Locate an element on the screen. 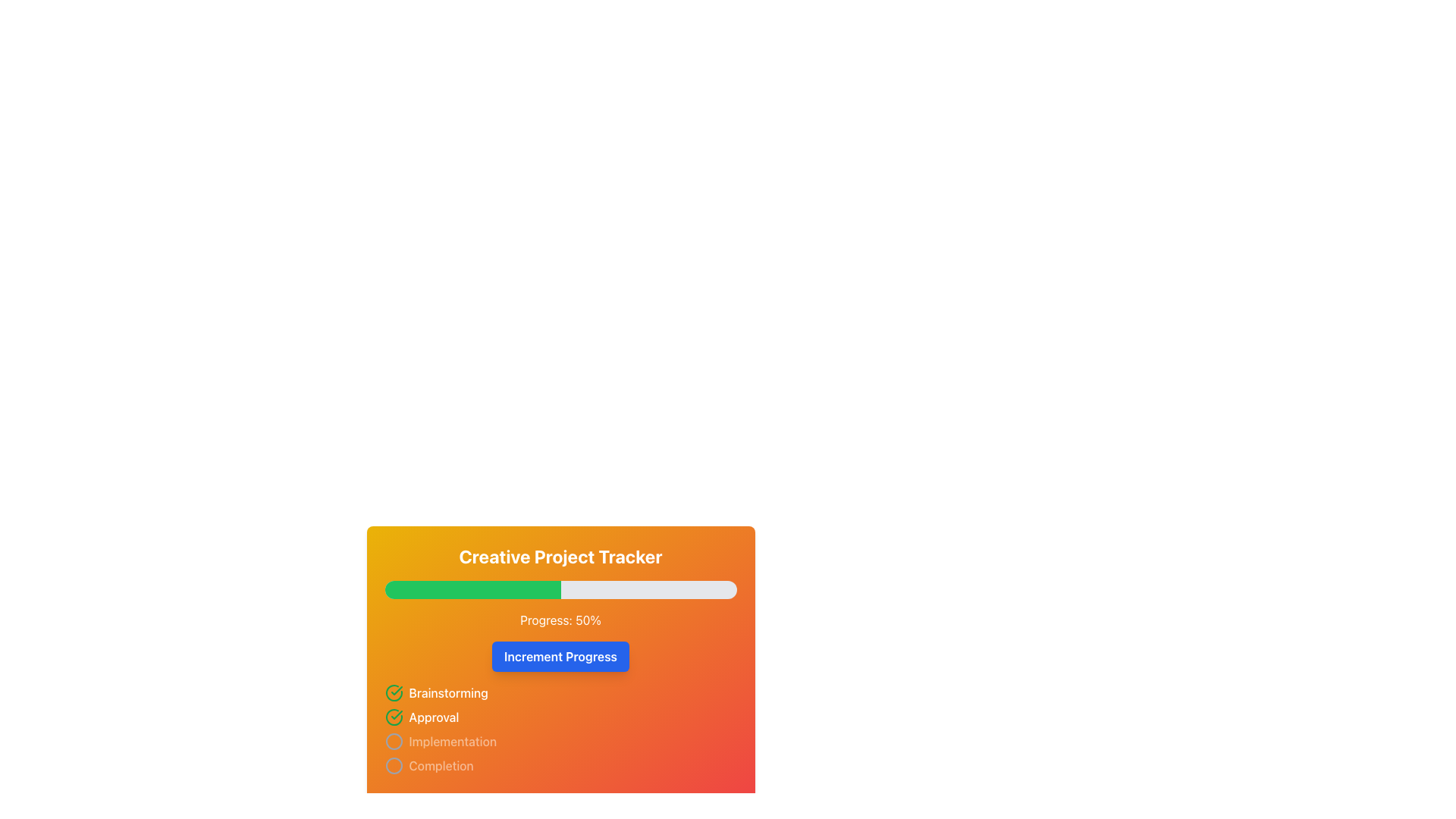  the circular status indicator representing 'Completion' located near the bottom-left corner of the interface, which is the fourth item in the list of status indicators is located at coordinates (394, 766).